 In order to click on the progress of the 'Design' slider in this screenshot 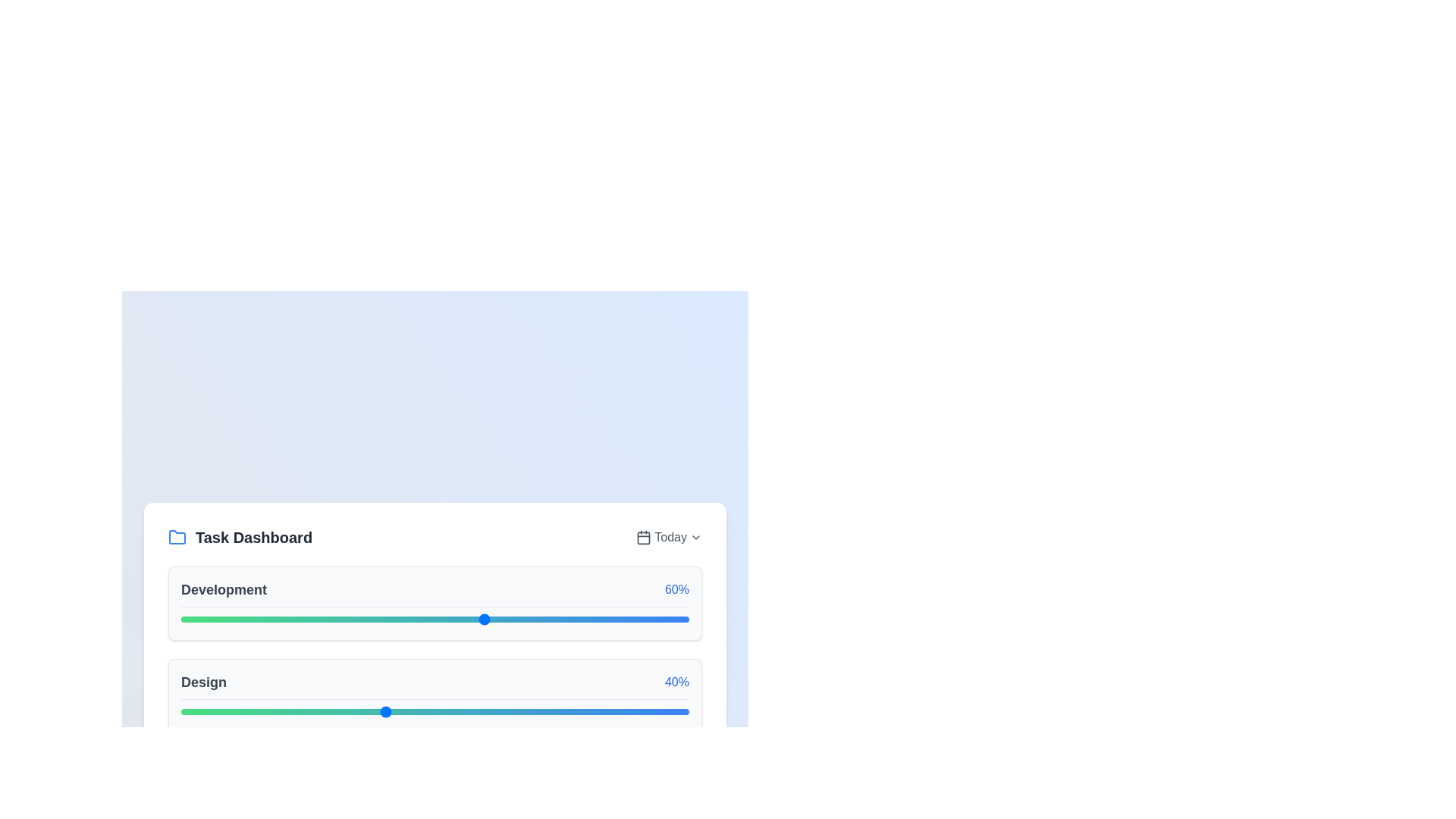, I will do `click(206, 711)`.